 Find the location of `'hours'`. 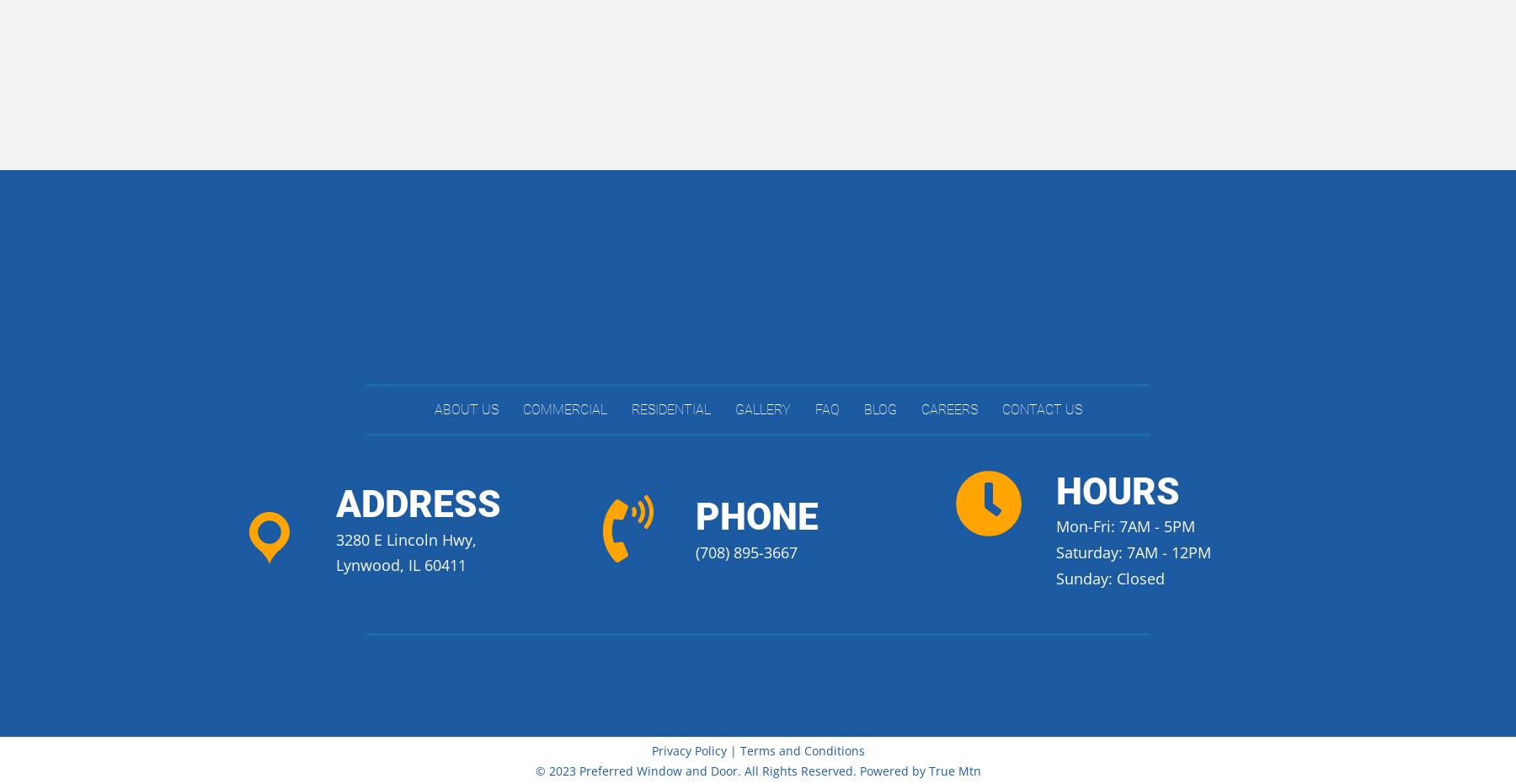

'hours' is located at coordinates (1117, 489).